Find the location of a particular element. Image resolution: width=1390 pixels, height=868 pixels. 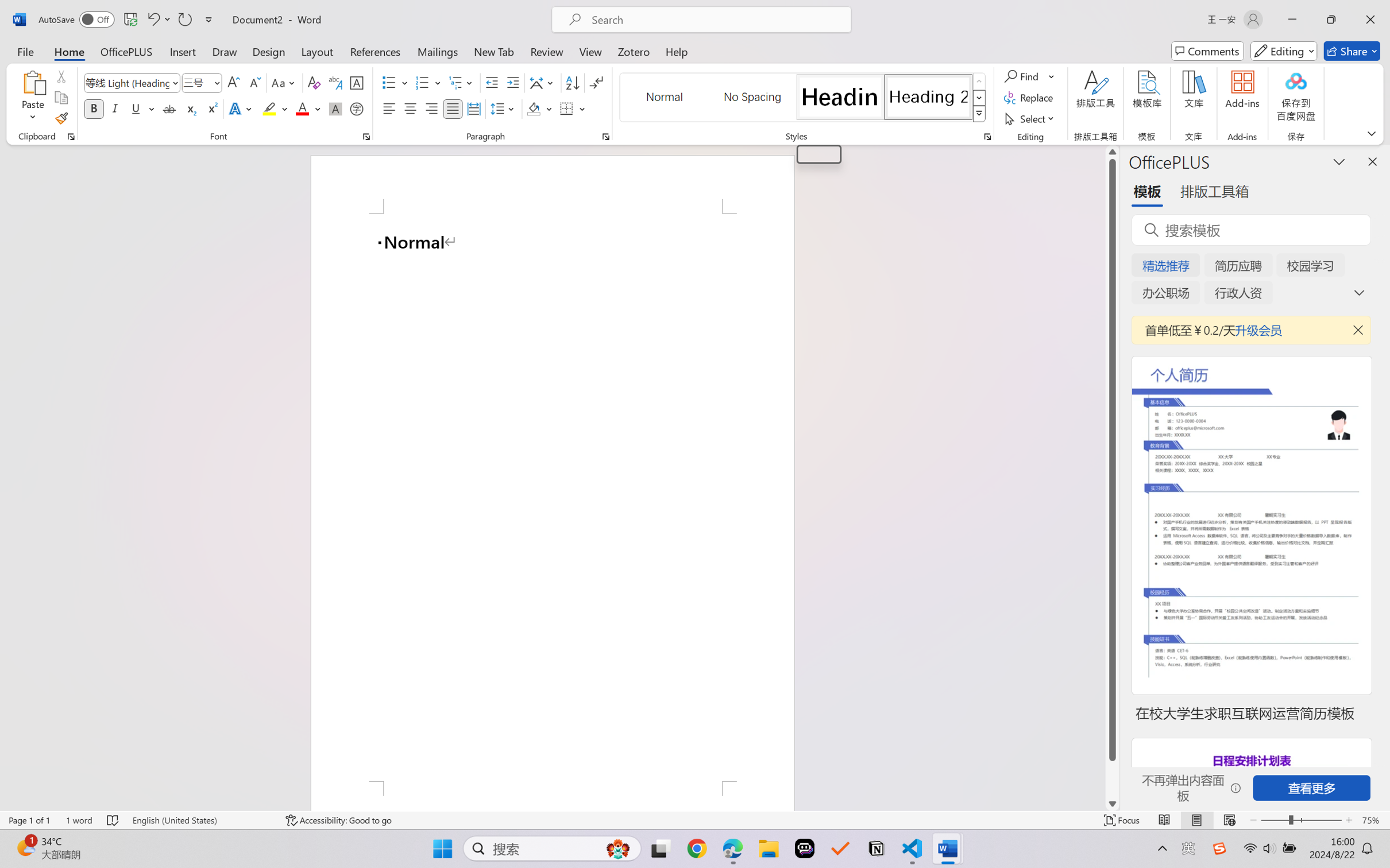

'Customize Quick Access Toolbar' is located at coordinates (208, 19).